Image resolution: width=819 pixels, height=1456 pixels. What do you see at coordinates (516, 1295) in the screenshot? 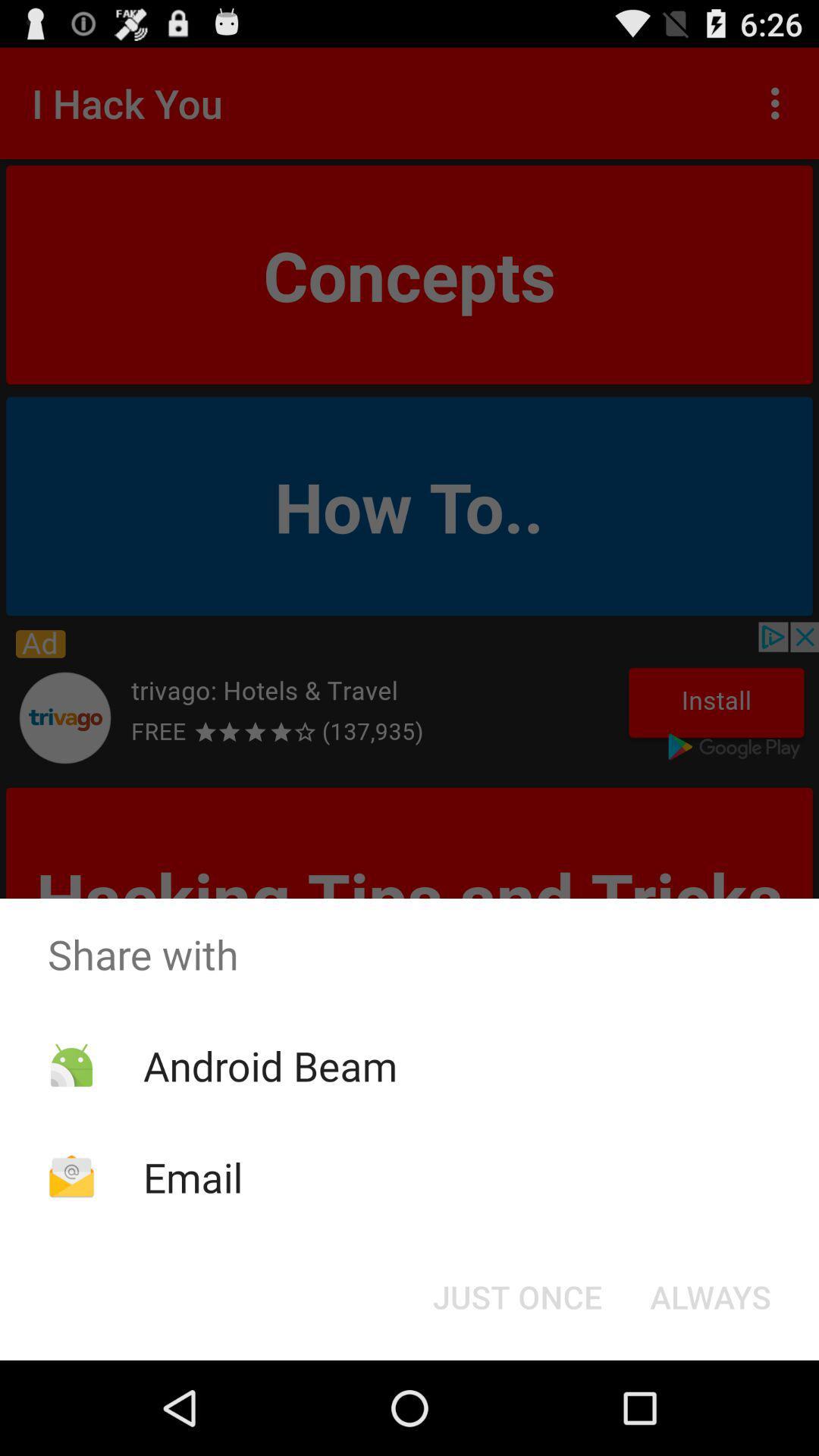
I see `the button to the left of the always button` at bounding box center [516, 1295].